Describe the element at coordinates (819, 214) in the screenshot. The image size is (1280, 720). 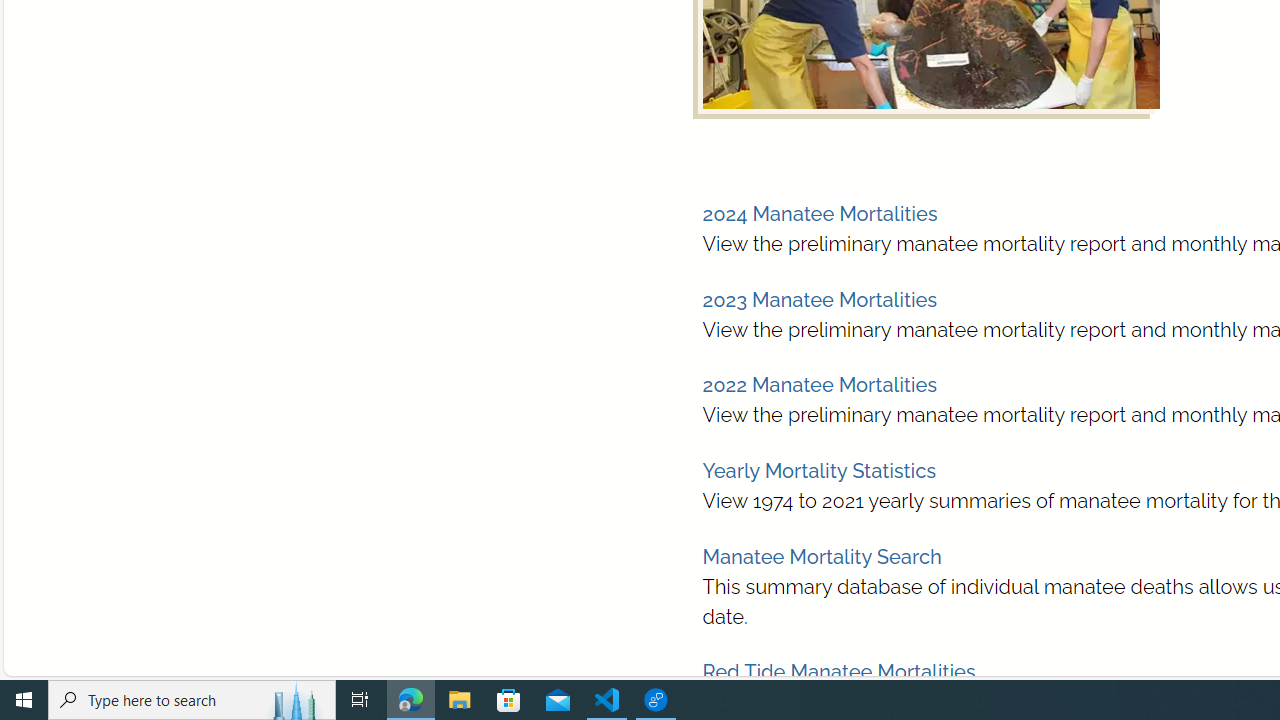
I see `'2024 Manatee Mortalities'` at that location.